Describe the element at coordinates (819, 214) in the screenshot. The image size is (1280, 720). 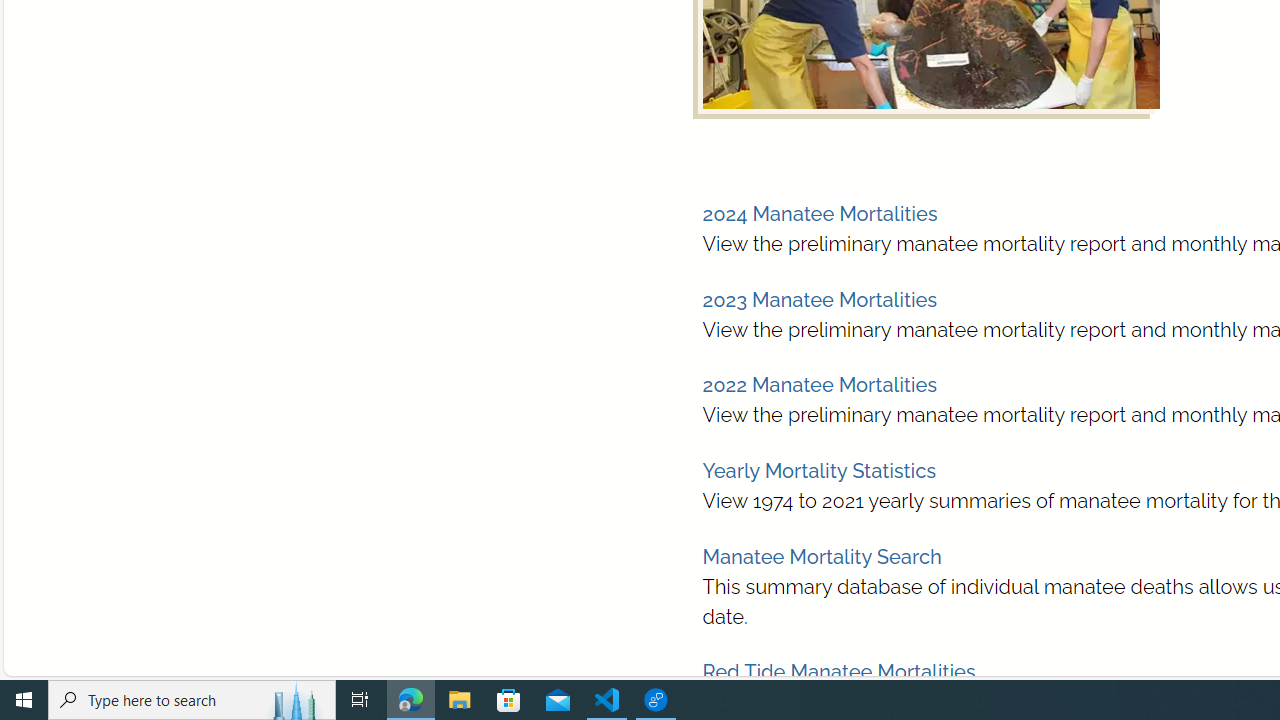
I see `'2024 Manatee Mortalities'` at that location.